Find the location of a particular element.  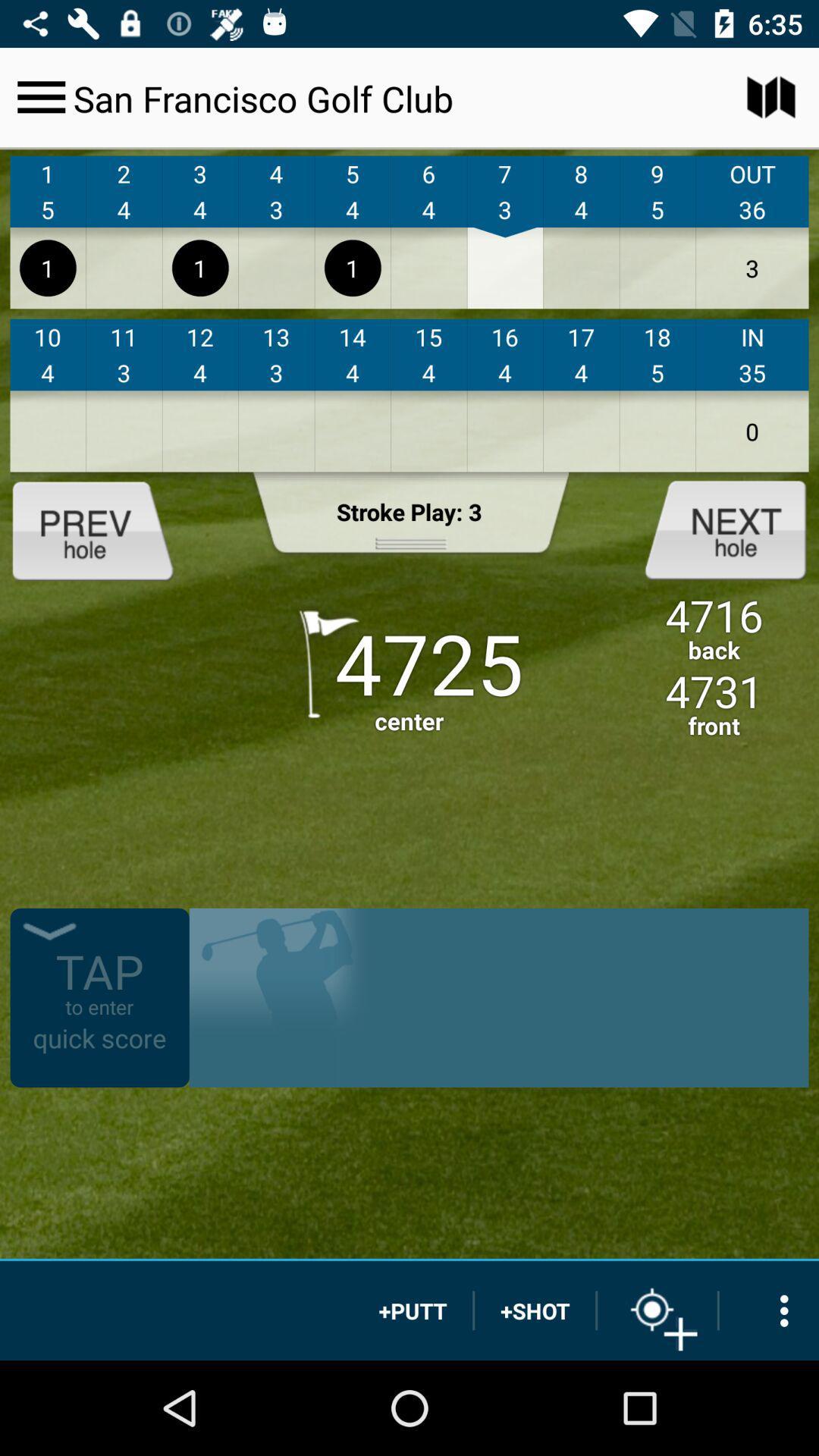

a location is located at coordinates (657, 1310).